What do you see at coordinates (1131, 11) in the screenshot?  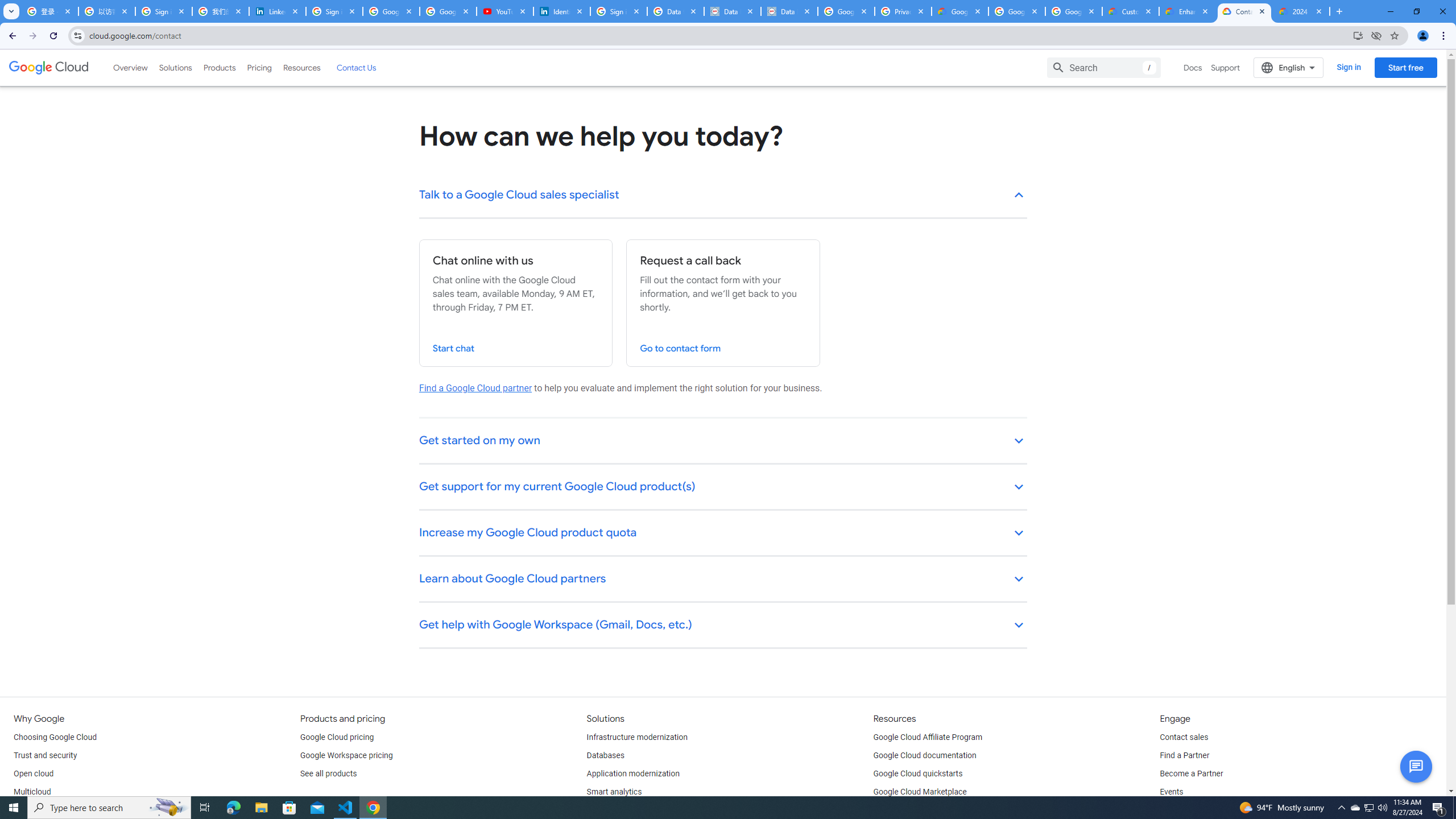 I see `'Customer Care | Google Cloud'` at bounding box center [1131, 11].